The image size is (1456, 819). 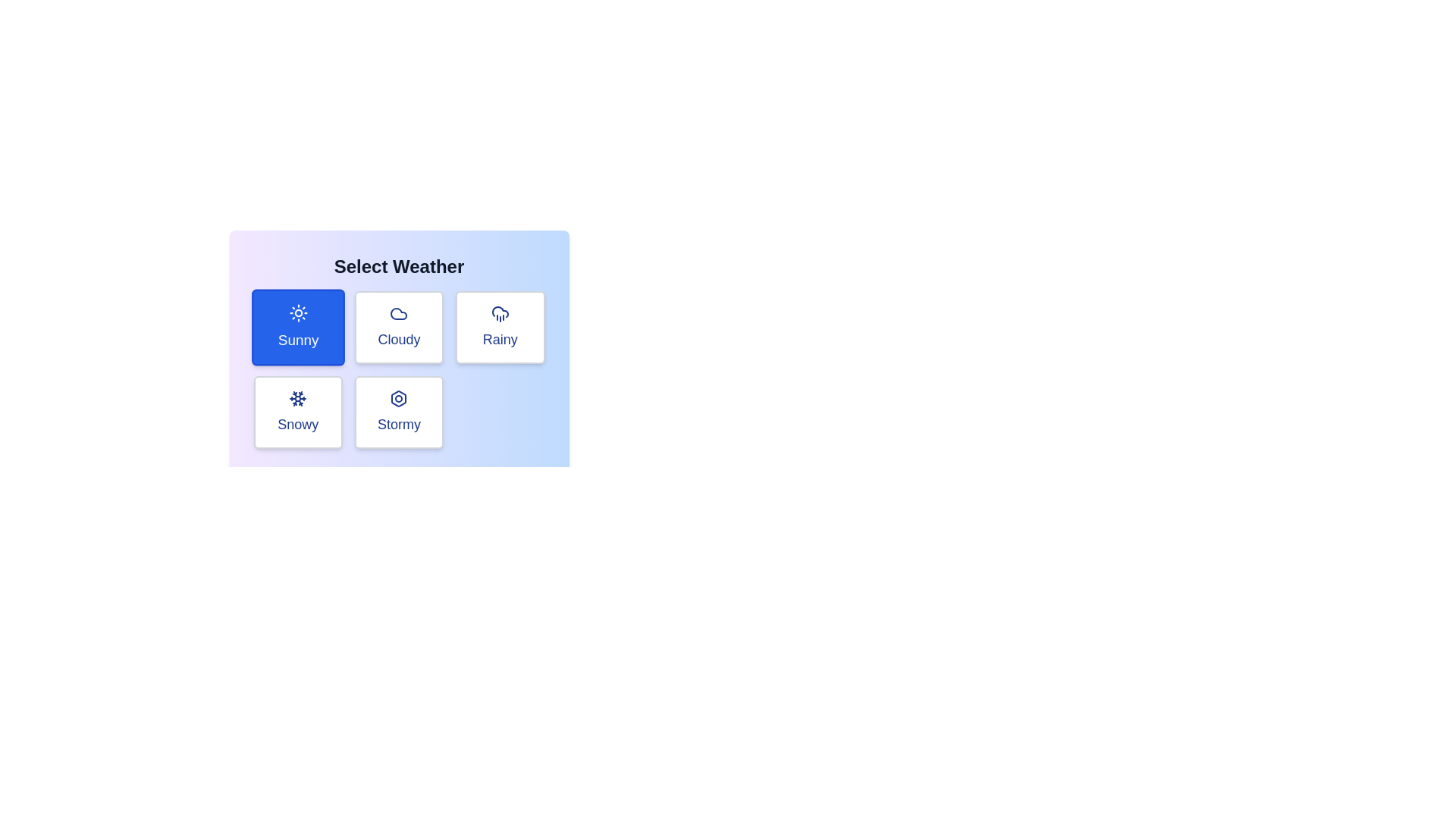 I want to click on text label that says 'Rainy' located in the third button of a 2x3 button grid within the 'Select Weather' card interface, so click(x=500, y=338).